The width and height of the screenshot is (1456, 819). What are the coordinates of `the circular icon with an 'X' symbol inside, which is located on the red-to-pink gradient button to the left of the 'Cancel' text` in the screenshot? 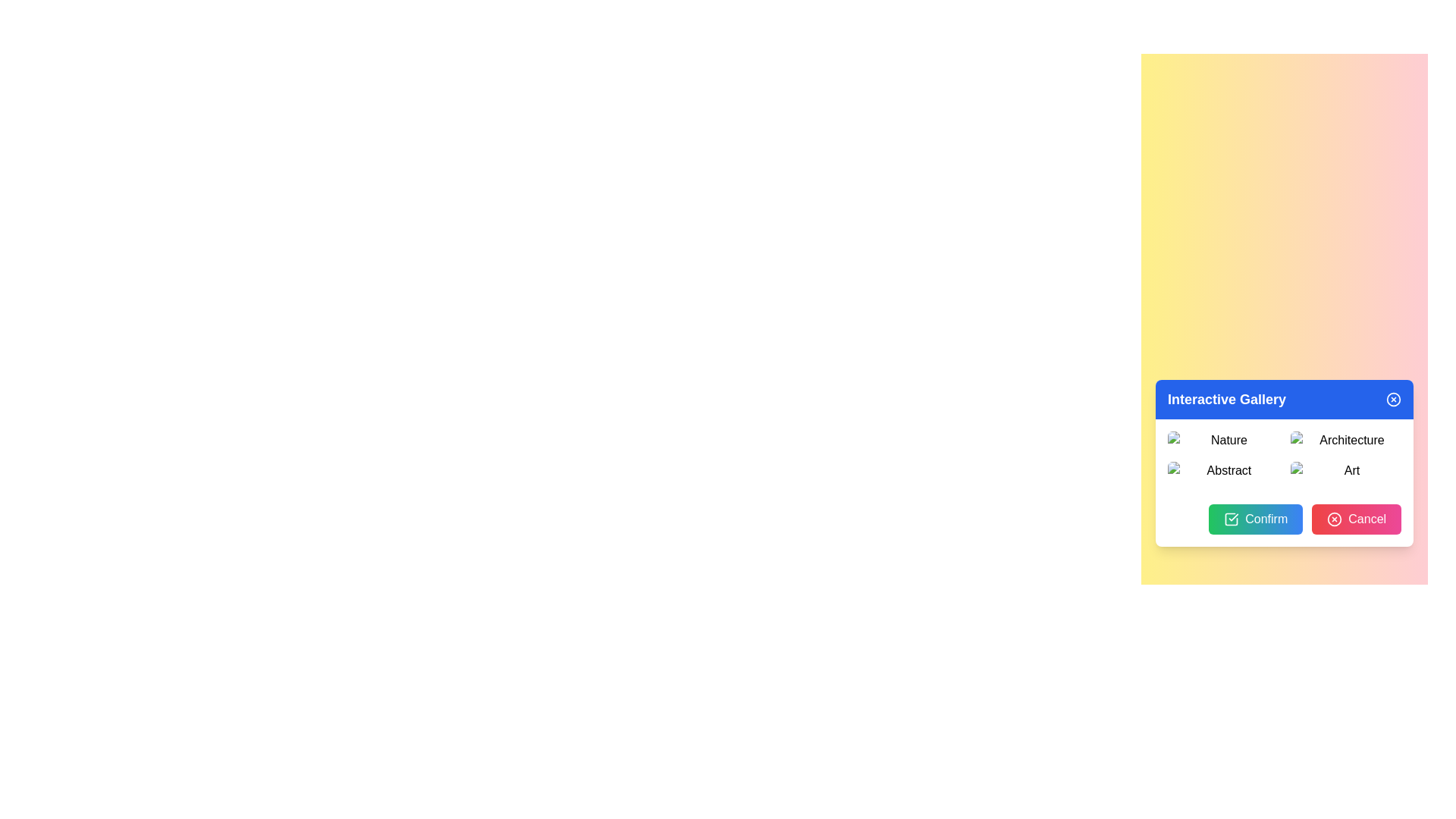 It's located at (1335, 519).